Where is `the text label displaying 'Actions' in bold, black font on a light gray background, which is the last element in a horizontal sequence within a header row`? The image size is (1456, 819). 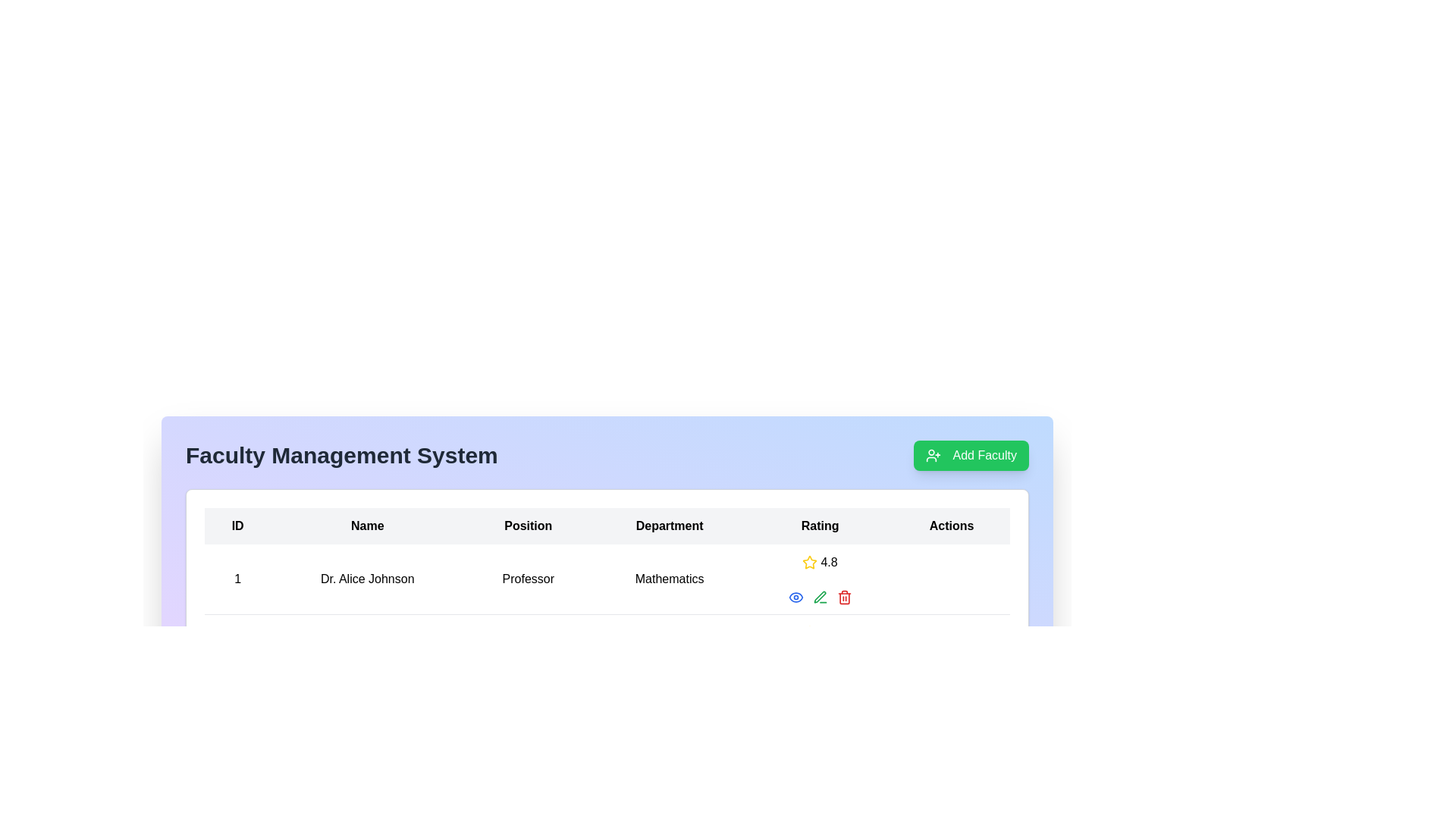 the text label displaying 'Actions' in bold, black font on a light gray background, which is the last element in a horizontal sequence within a header row is located at coordinates (951, 526).